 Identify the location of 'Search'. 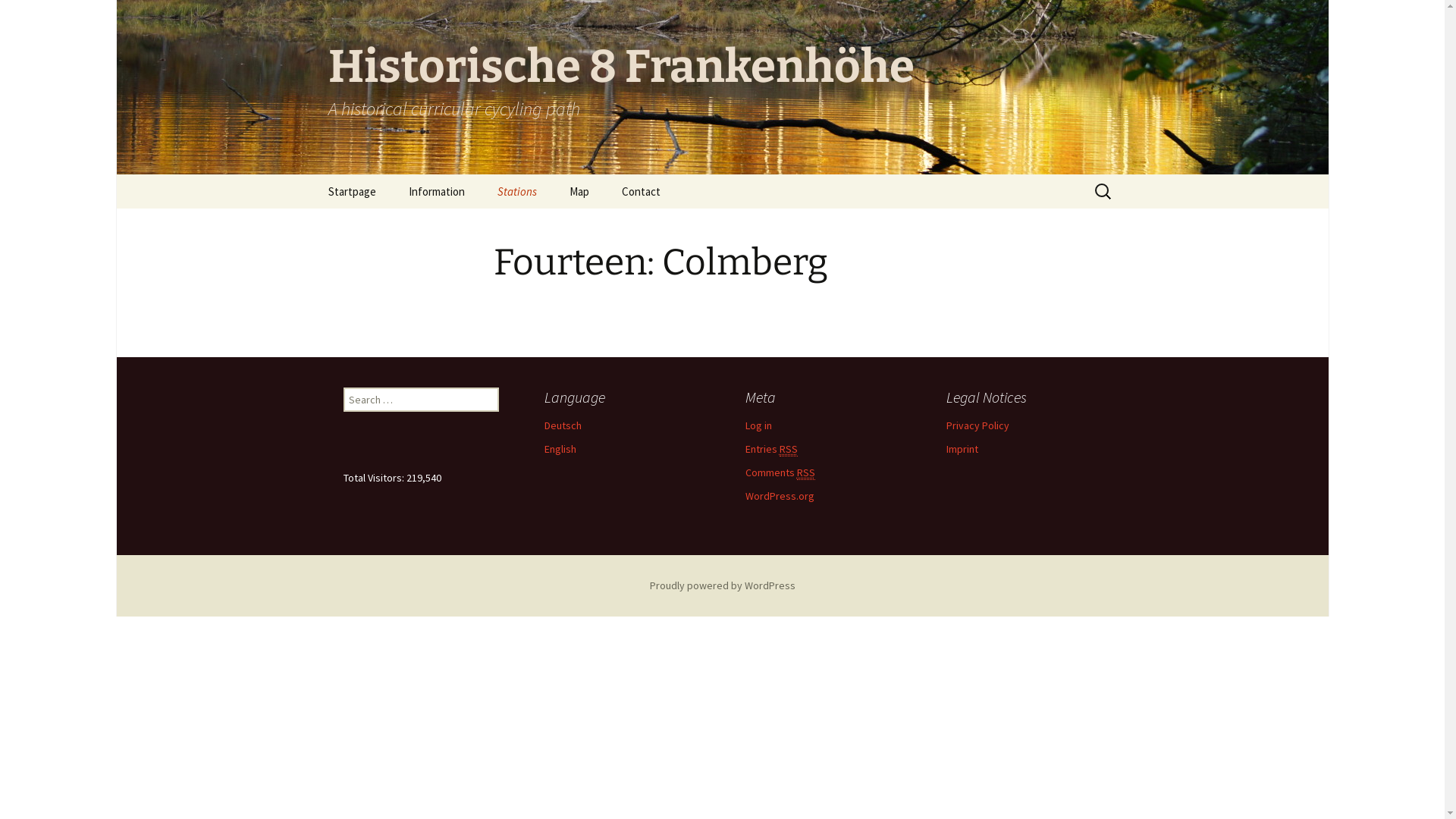
(18, 17).